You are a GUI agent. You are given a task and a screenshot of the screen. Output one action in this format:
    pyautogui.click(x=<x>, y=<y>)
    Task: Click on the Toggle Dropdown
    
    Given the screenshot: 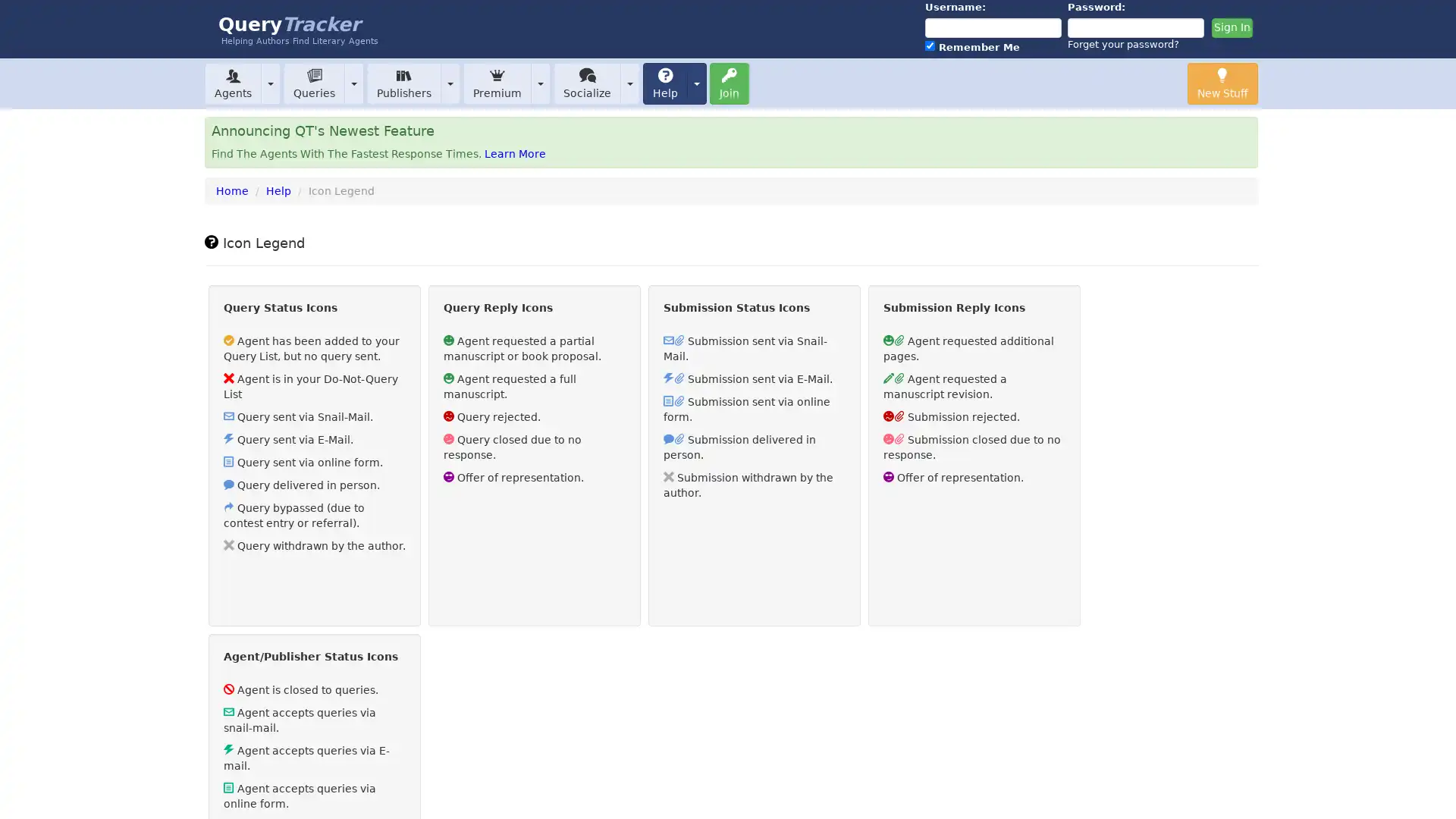 What is the action you would take?
    pyautogui.click(x=541, y=83)
    